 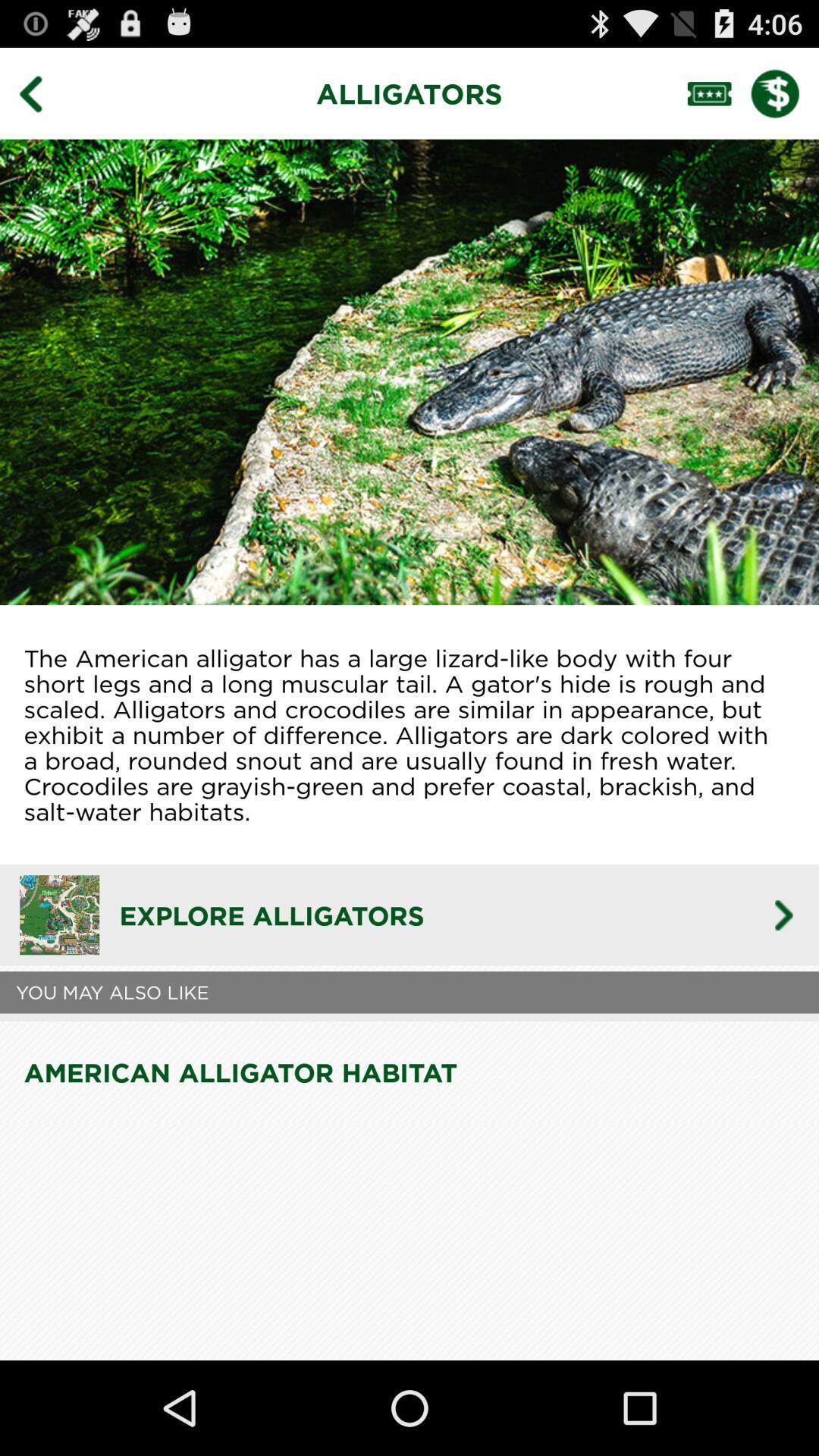 What do you see at coordinates (41, 93) in the screenshot?
I see `go back` at bounding box center [41, 93].